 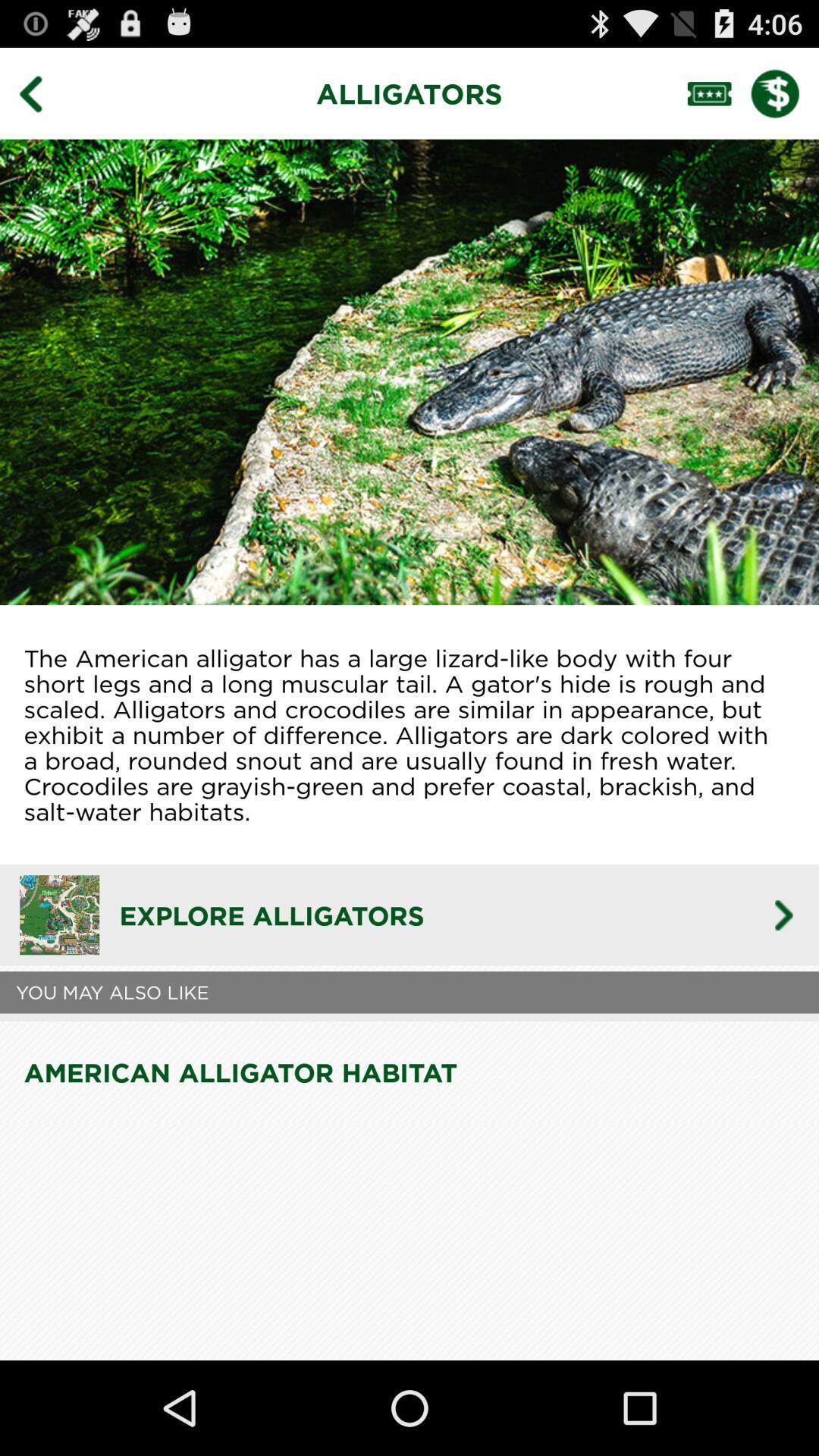 What do you see at coordinates (41, 93) in the screenshot?
I see `go back` at bounding box center [41, 93].